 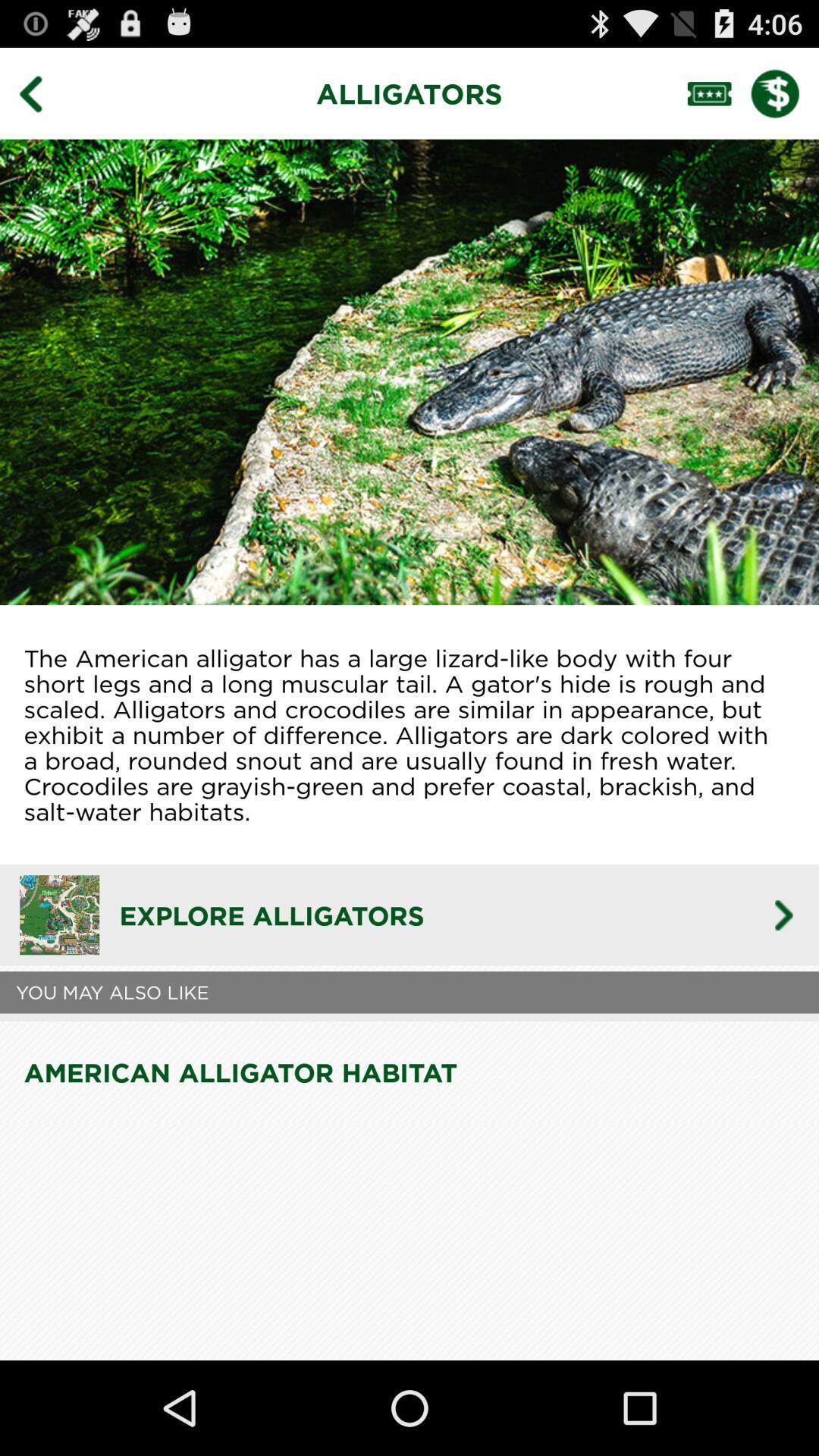 What do you see at coordinates (41, 93) in the screenshot?
I see `go back` at bounding box center [41, 93].